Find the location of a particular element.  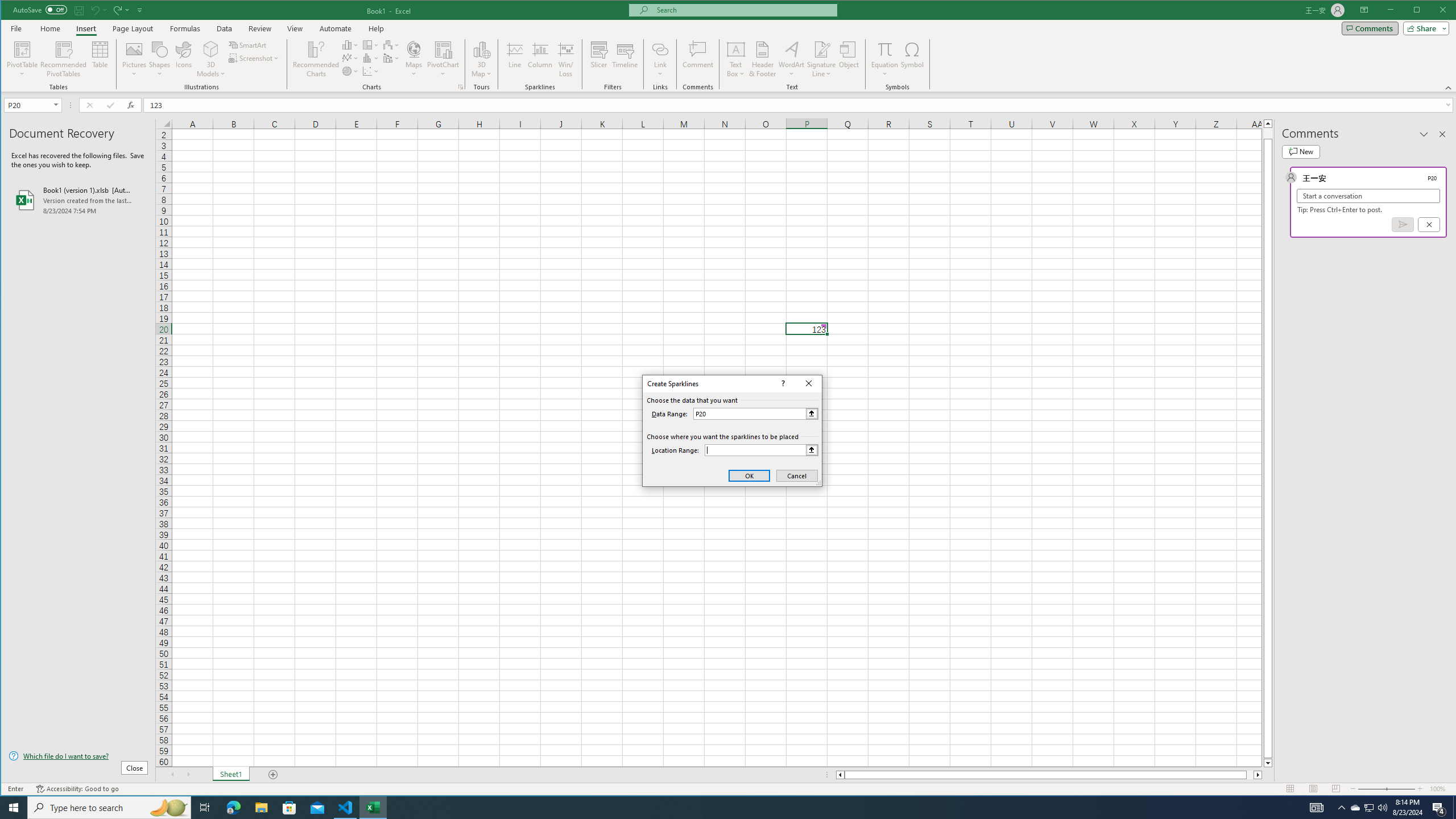

'Maps' is located at coordinates (413, 59).